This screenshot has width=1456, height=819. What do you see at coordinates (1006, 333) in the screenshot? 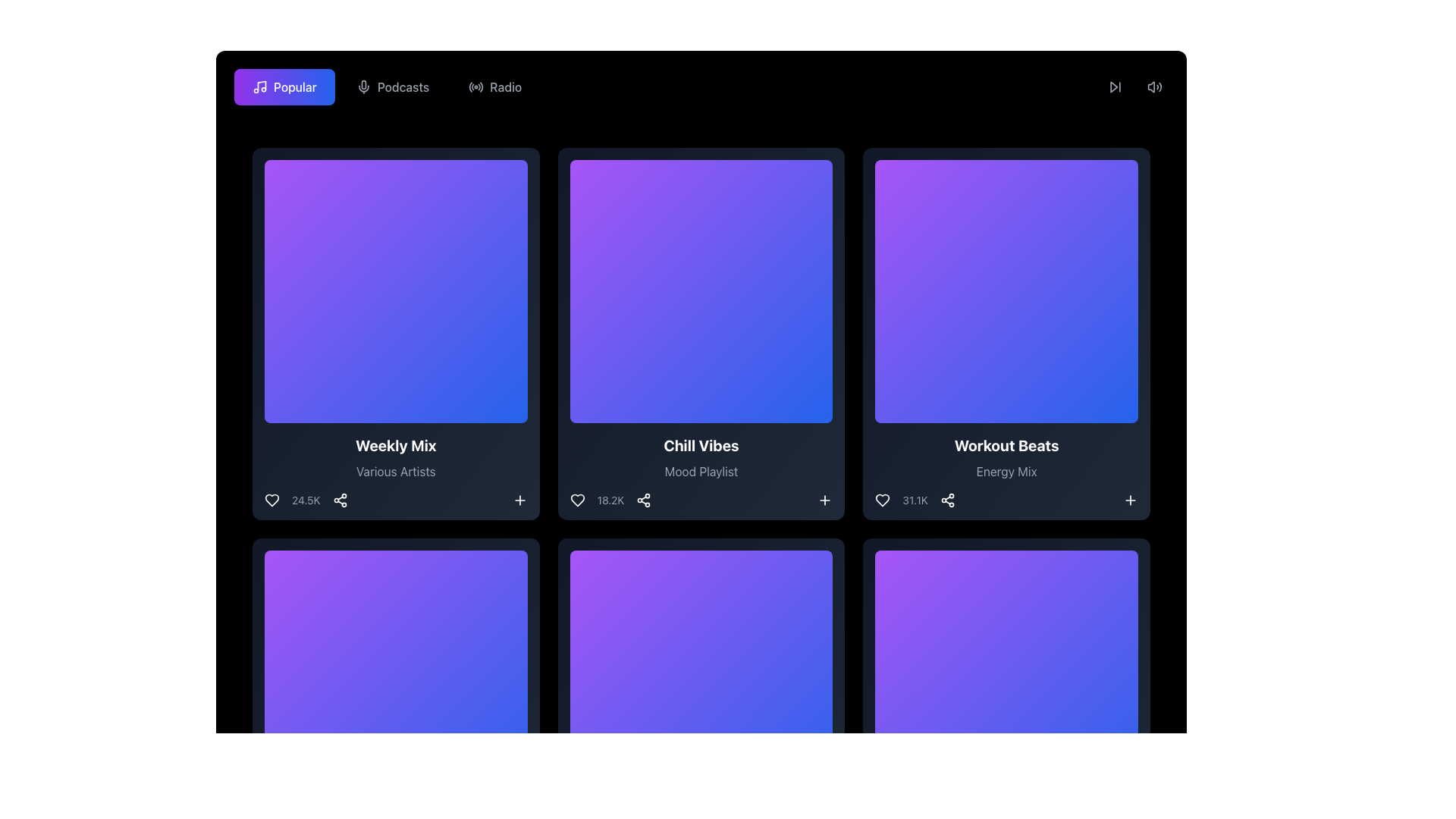
I see `the third Playlist card in the top row, which represents the 'Workout Beats' playlist` at bounding box center [1006, 333].